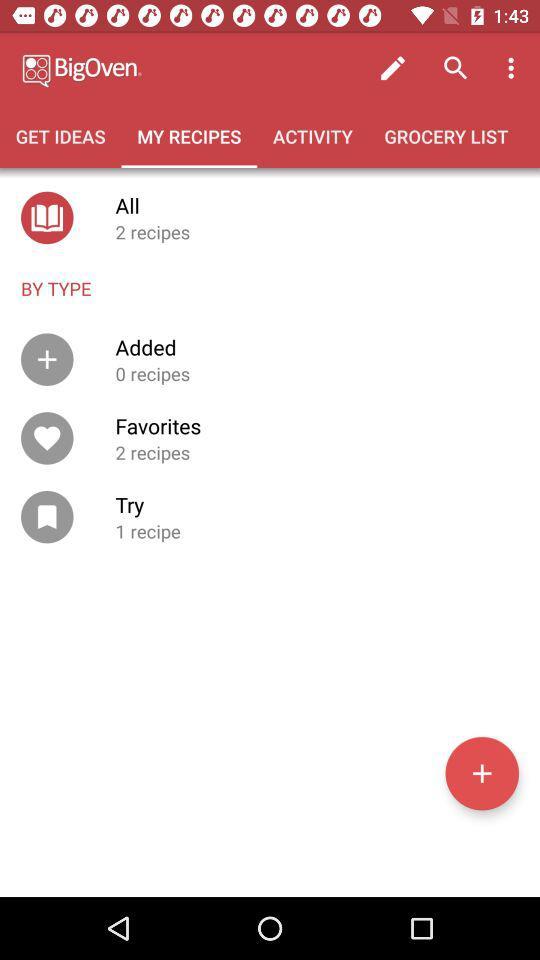 The image size is (540, 960). I want to click on a new recipe, so click(481, 772).